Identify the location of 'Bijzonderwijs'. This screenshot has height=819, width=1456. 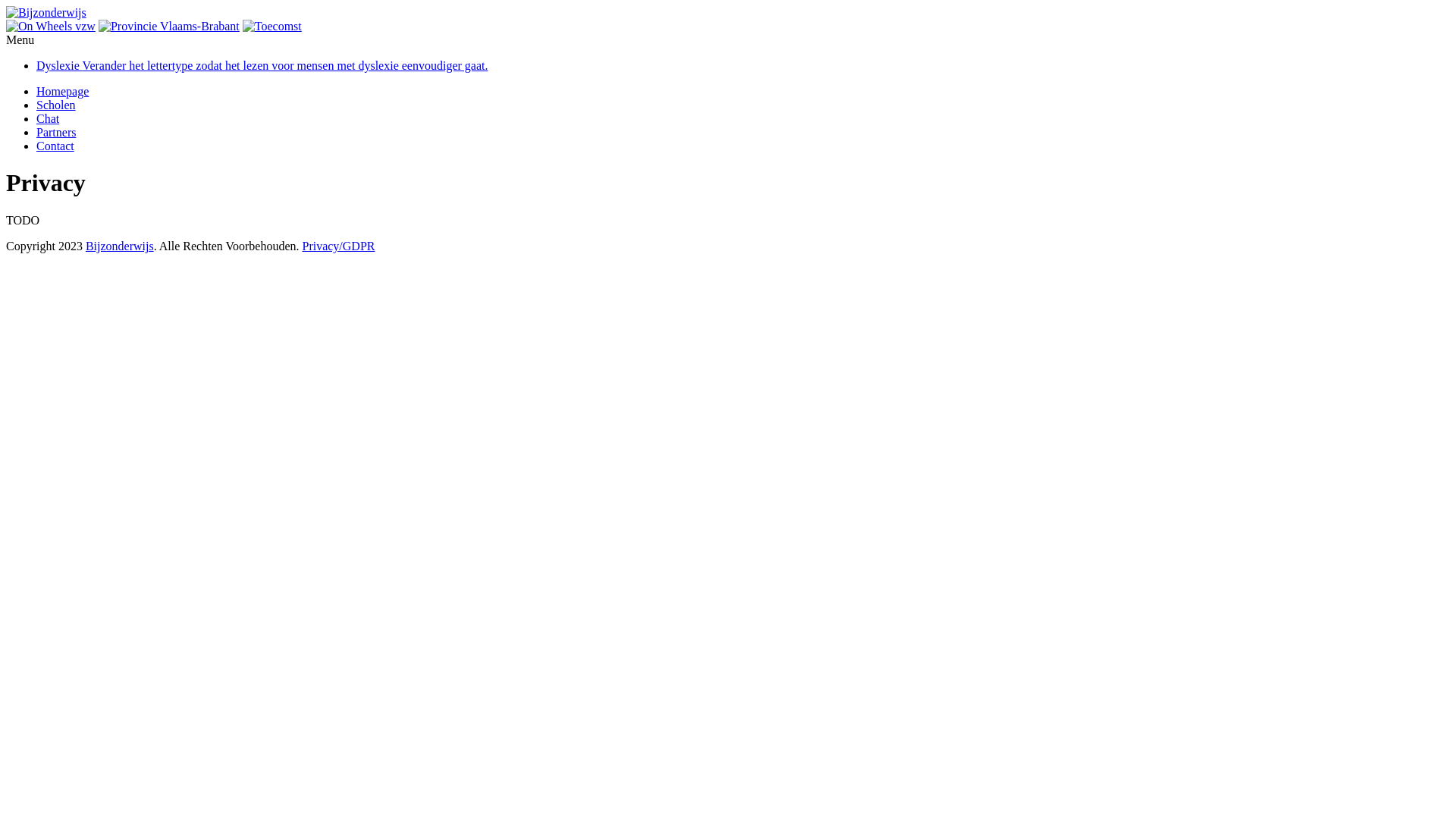
(119, 245).